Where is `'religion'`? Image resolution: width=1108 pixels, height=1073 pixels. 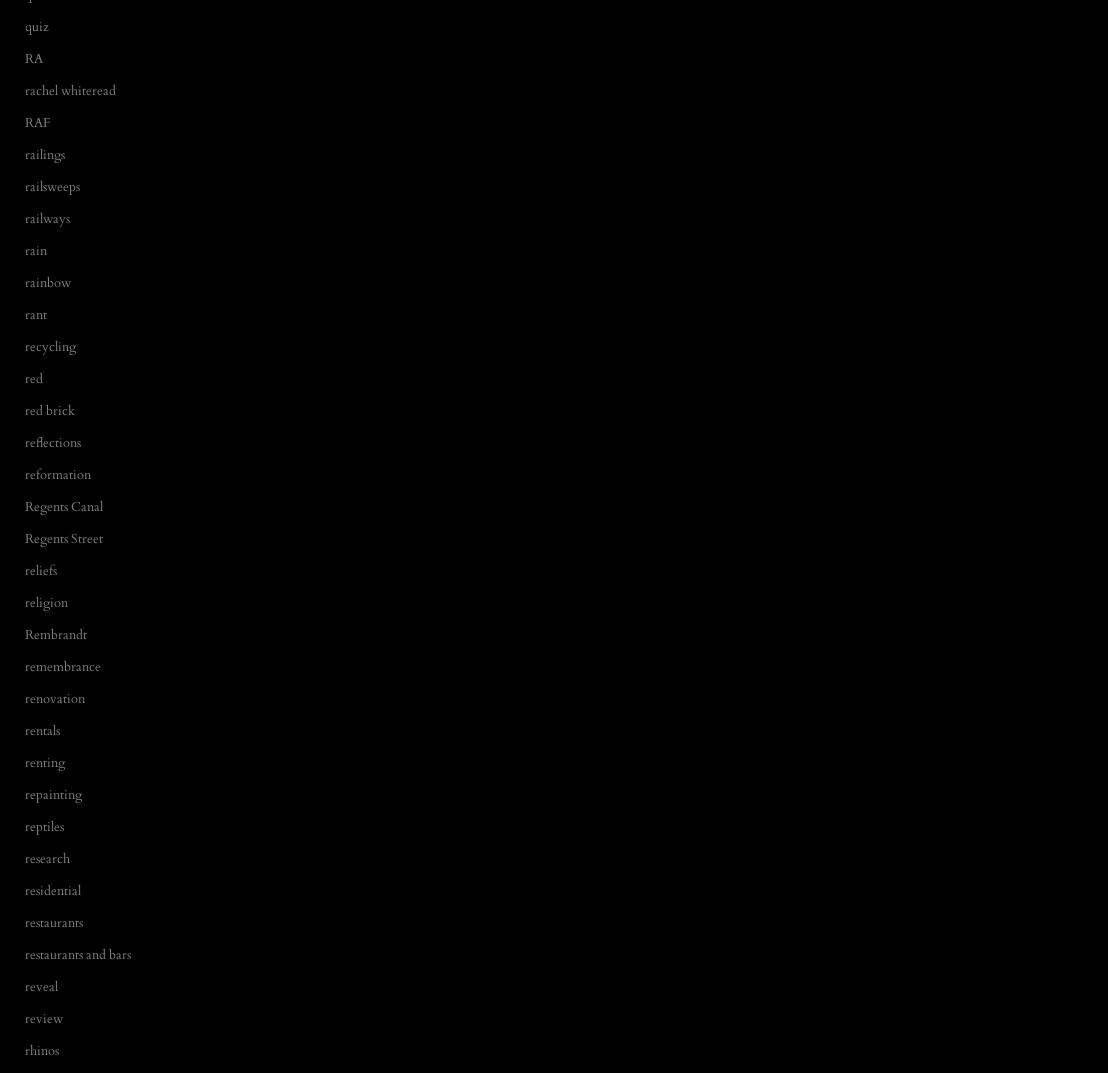
'religion' is located at coordinates (25, 600).